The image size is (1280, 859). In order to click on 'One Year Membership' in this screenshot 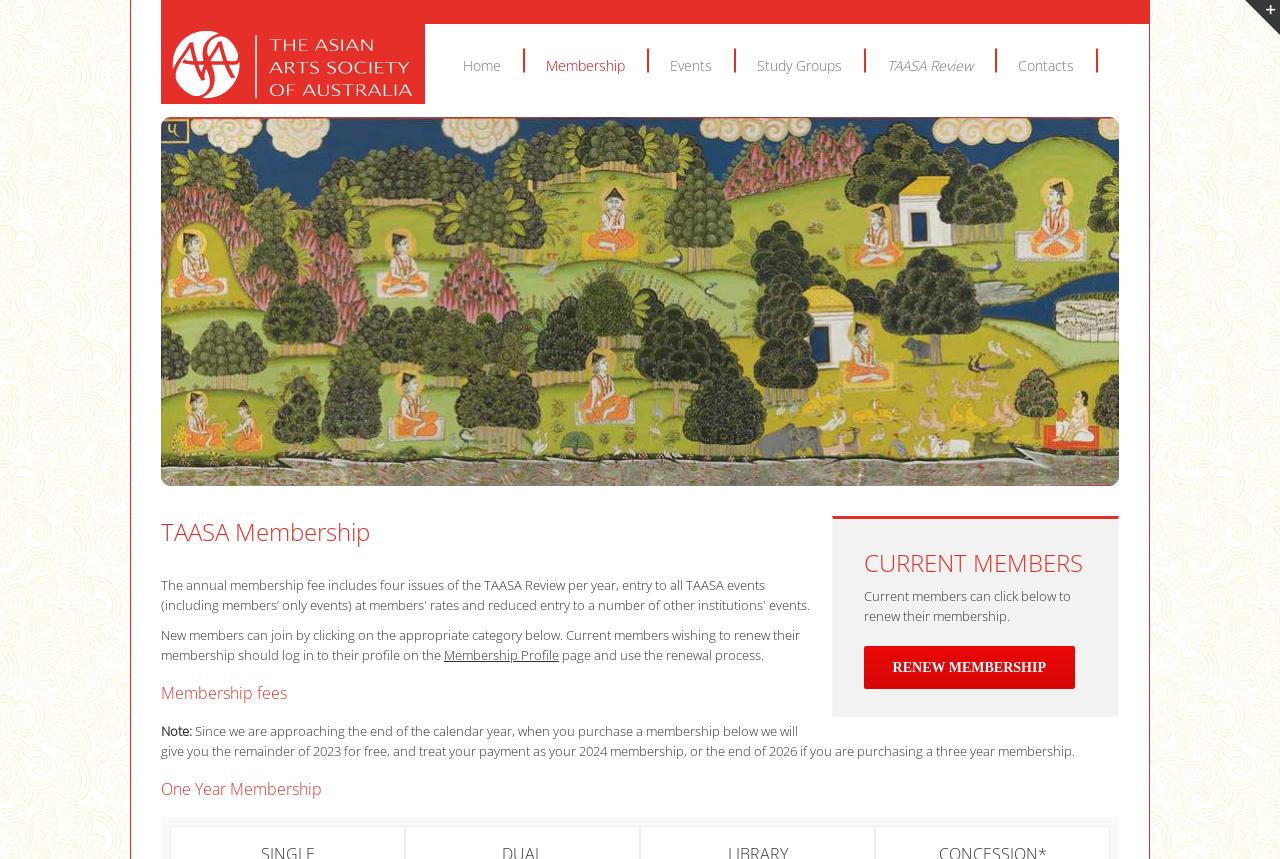, I will do `click(240, 787)`.